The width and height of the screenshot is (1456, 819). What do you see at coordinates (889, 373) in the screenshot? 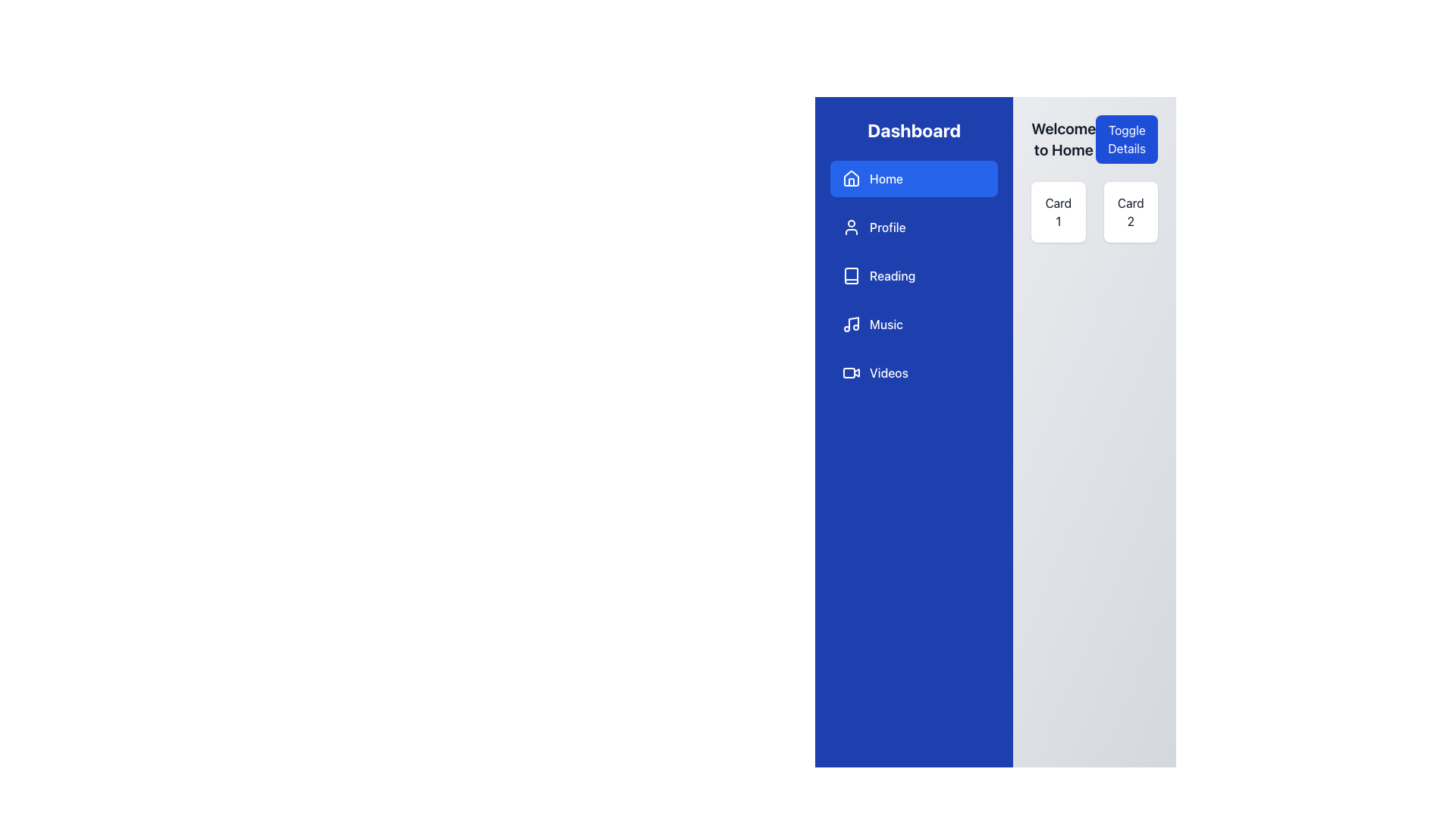
I see `text of the 'Videos' label in the navigation menu, which indicates that clicking it will lead to the videos section` at bounding box center [889, 373].